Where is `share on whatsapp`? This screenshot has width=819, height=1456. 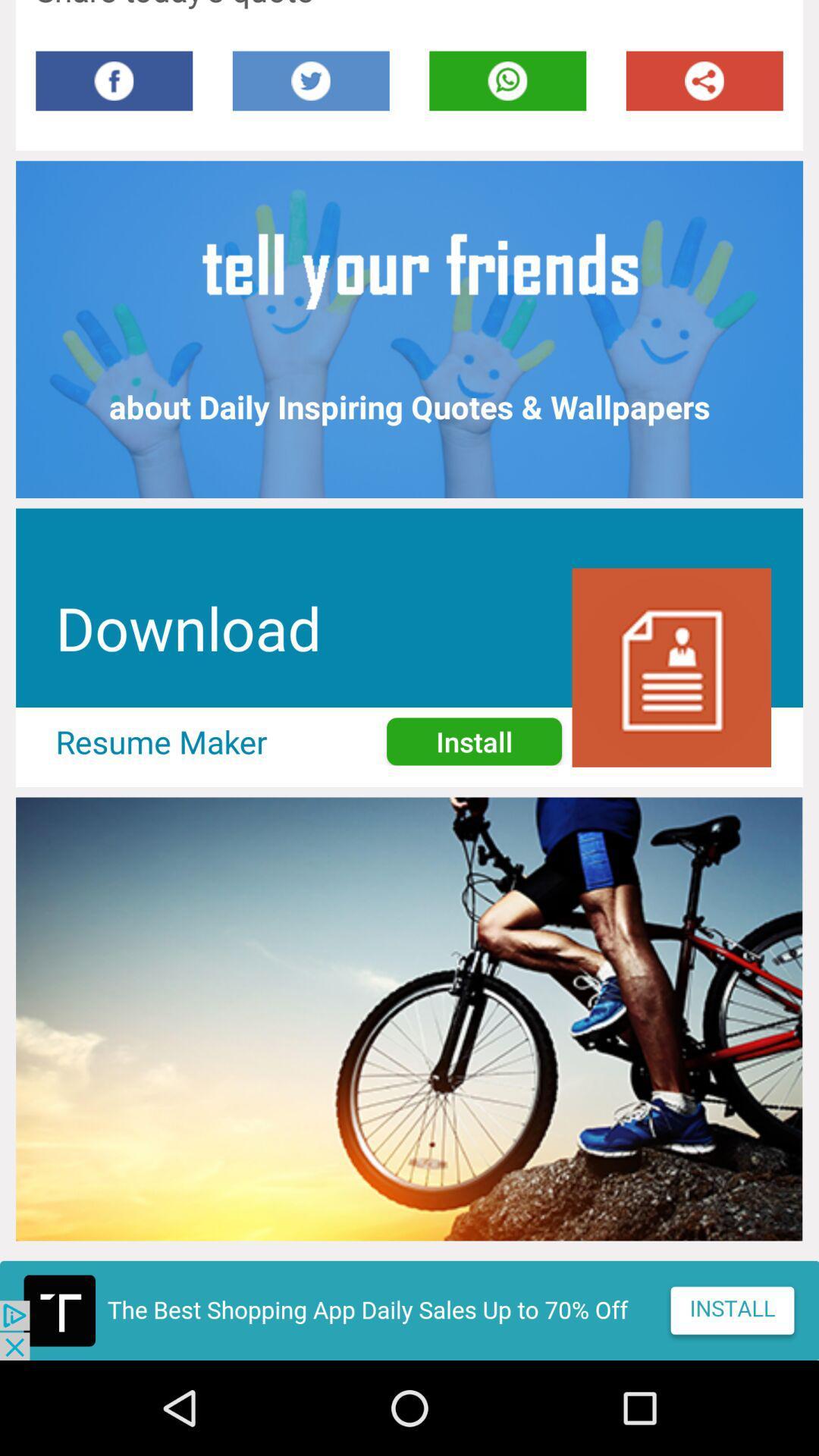
share on whatsapp is located at coordinates (507, 80).